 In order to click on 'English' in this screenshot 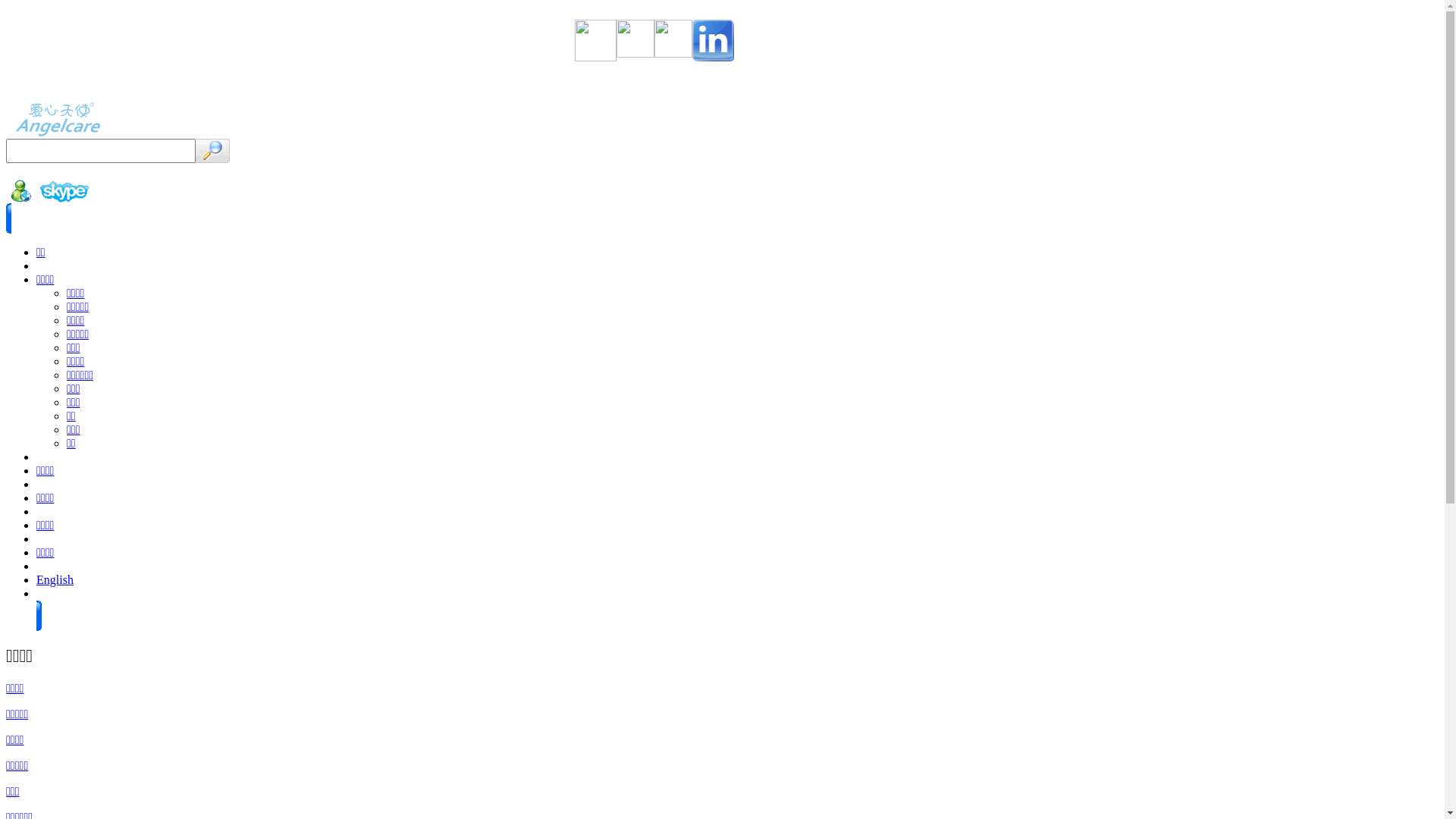, I will do `click(55, 579)`.